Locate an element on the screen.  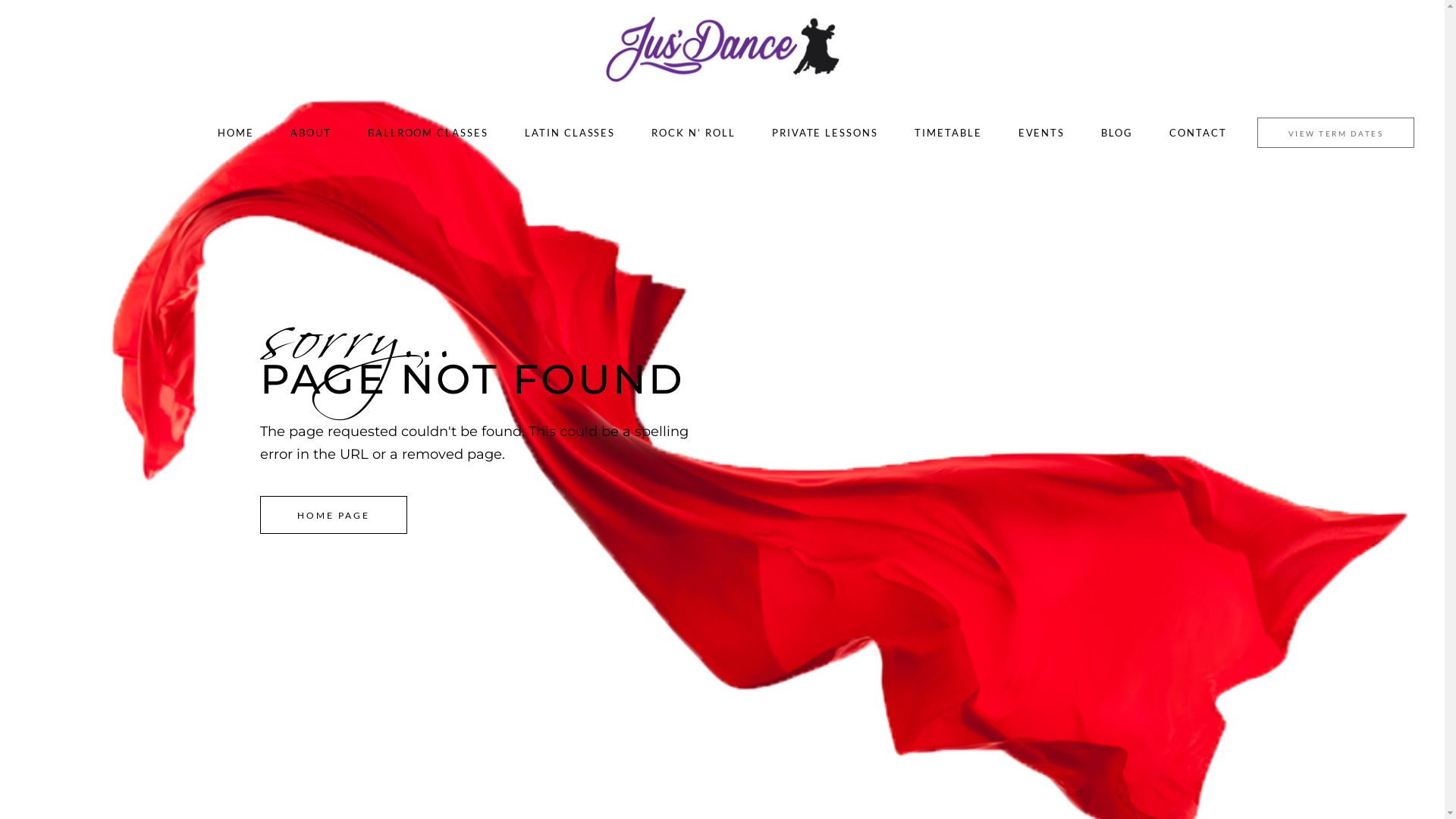
'BLOG' is located at coordinates (1117, 131).